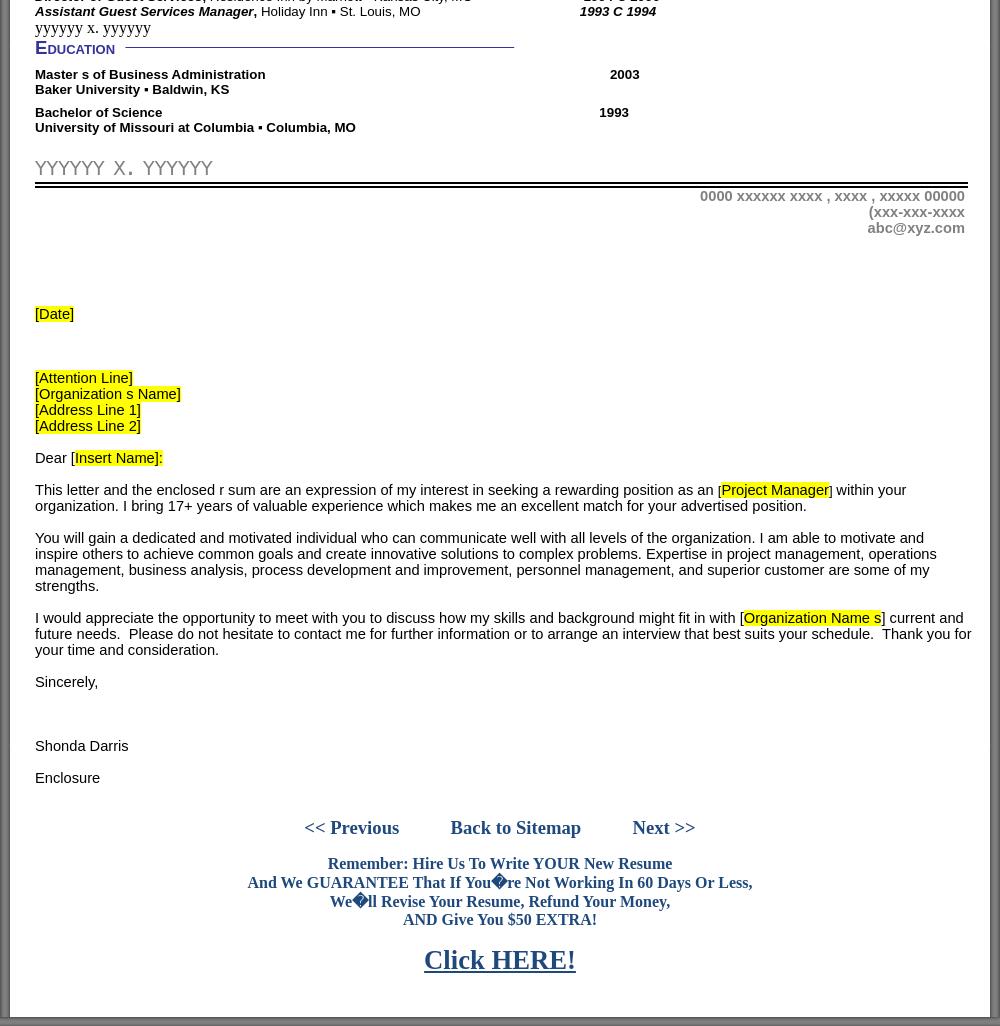 The height and width of the screenshot is (1026, 1000). Describe the element at coordinates (54, 456) in the screenshot. I see `'Dear
['` at that location.